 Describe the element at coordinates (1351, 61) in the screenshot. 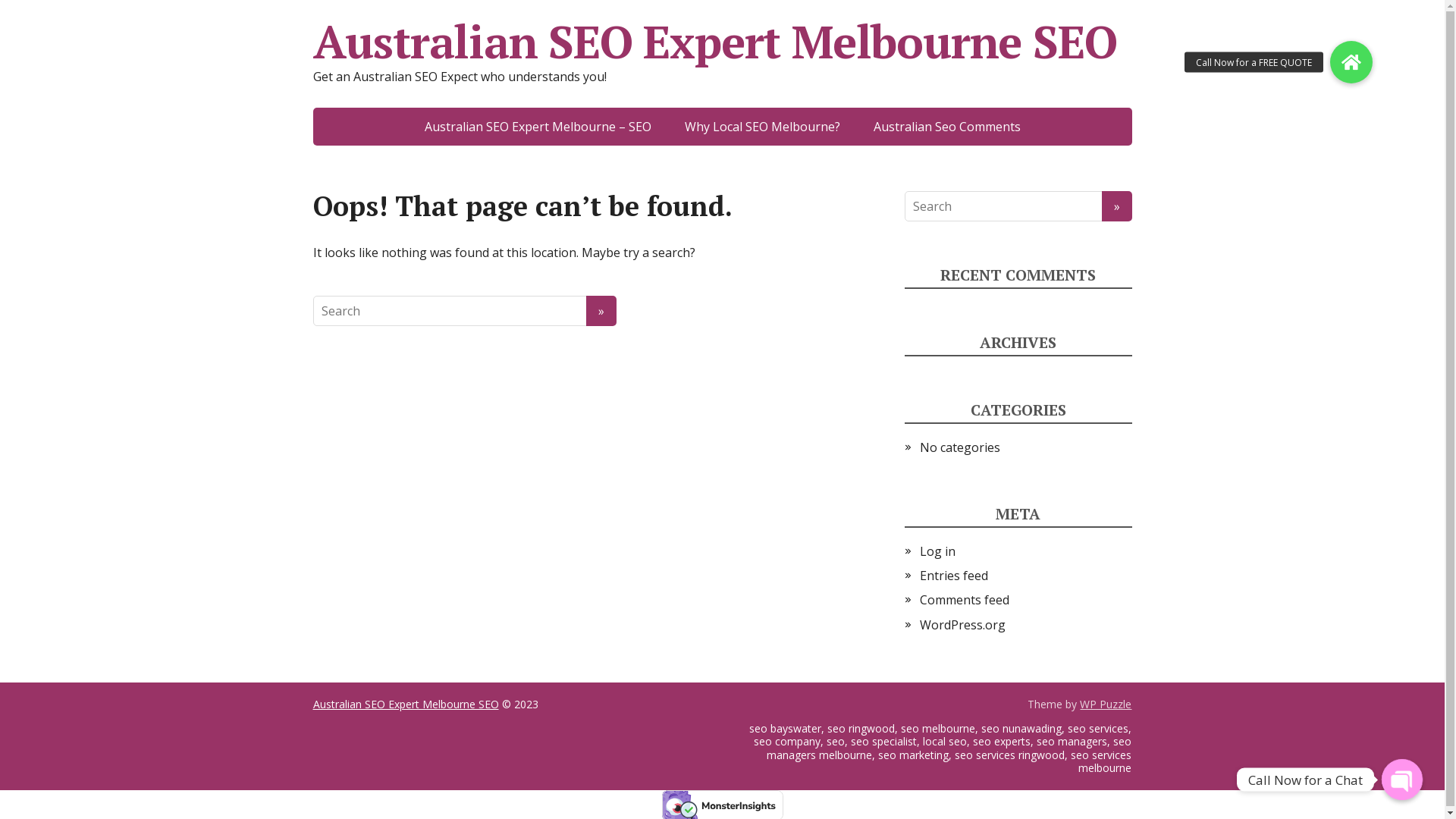

I see `'Call Now for a FREE QUOTE'` at that location.